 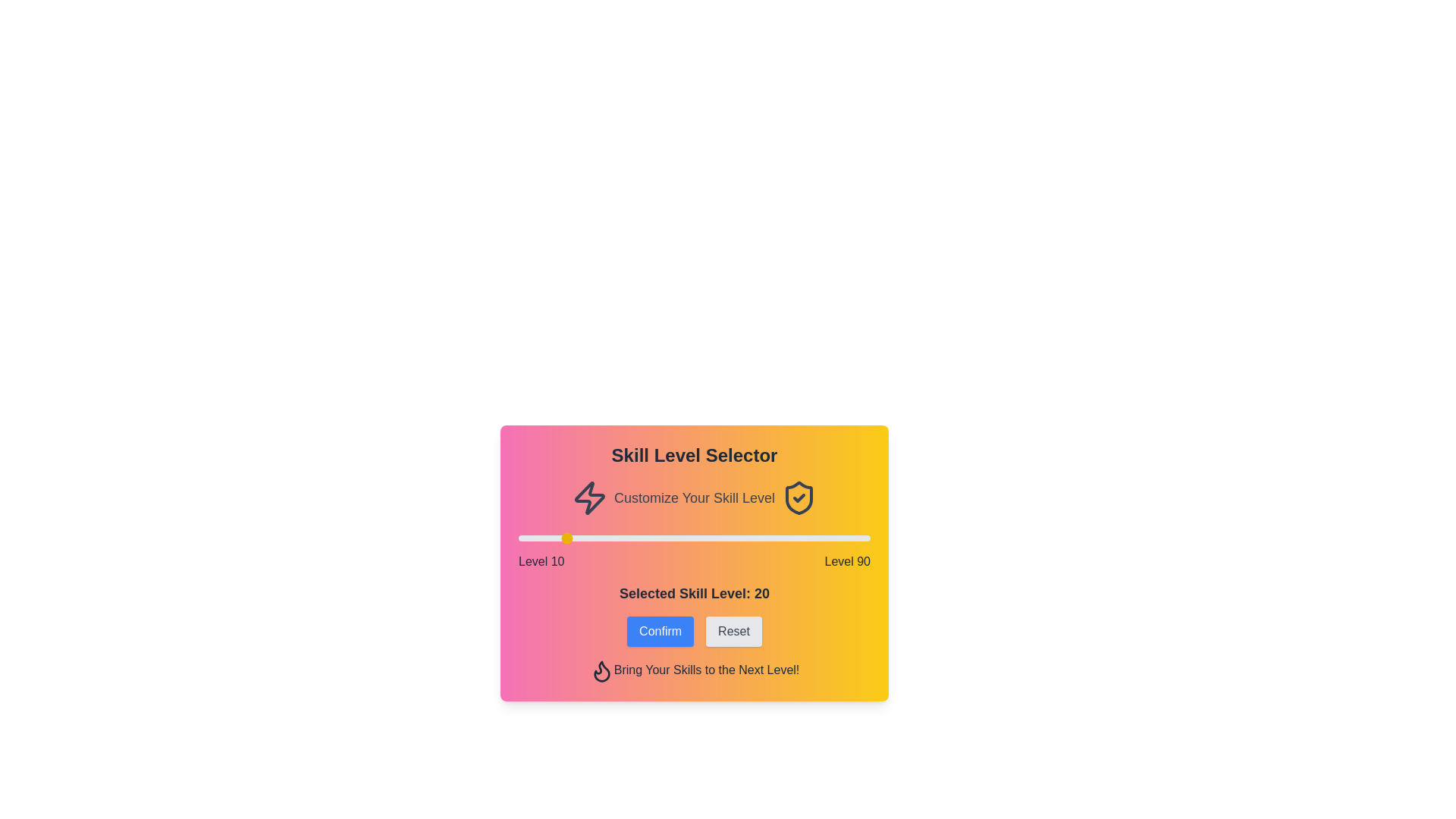 What do you see at coordinates (664, 537) in the screenshot?
I see `the skill level slider to 43` at bounding box center [664, 537].